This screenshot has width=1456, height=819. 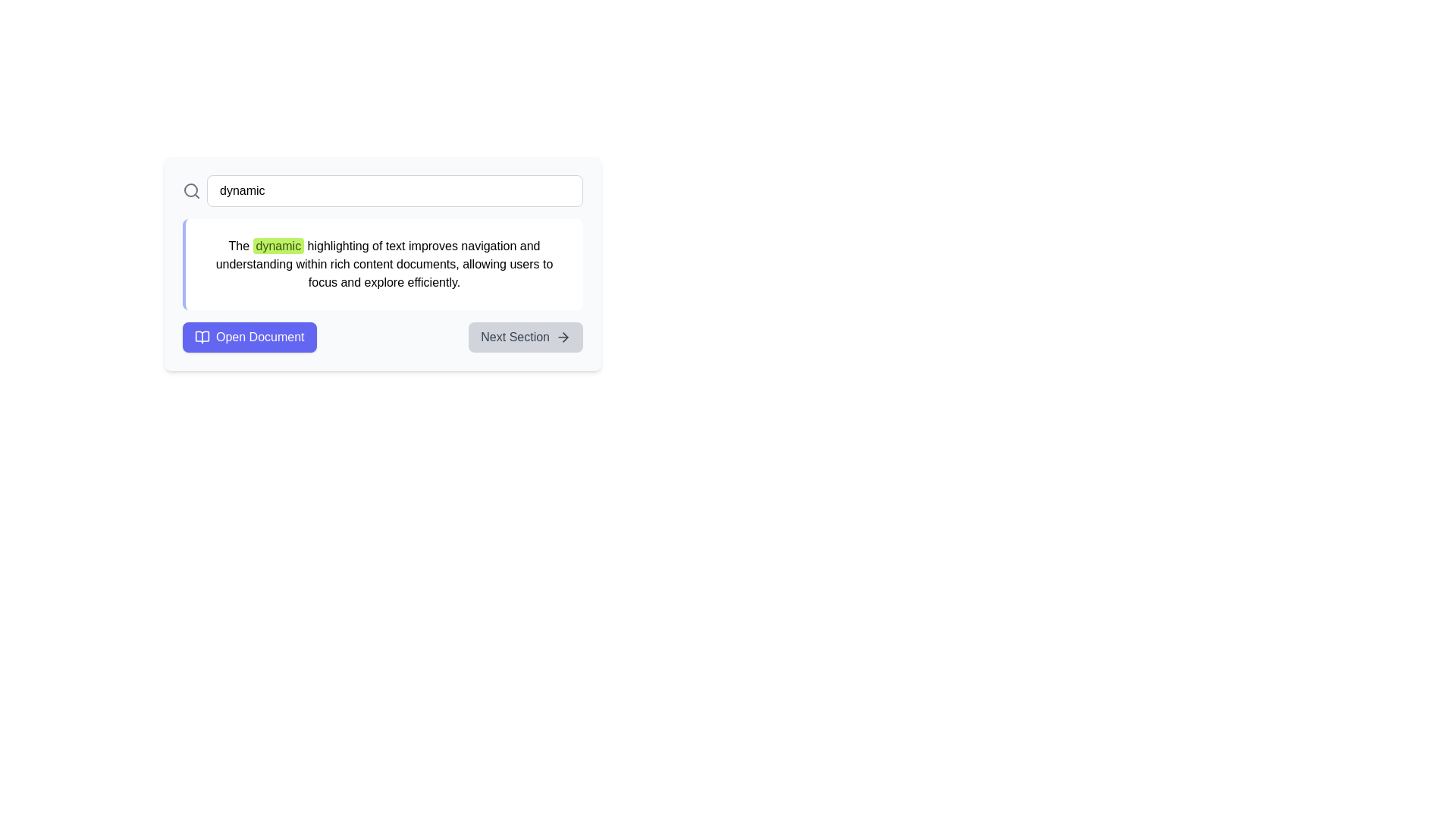 I want to click on the open book icon integrated into the 'Open Document' button, which is white against a blue background and located in the bottom-left section of the modal, so click(x=202, y=336).